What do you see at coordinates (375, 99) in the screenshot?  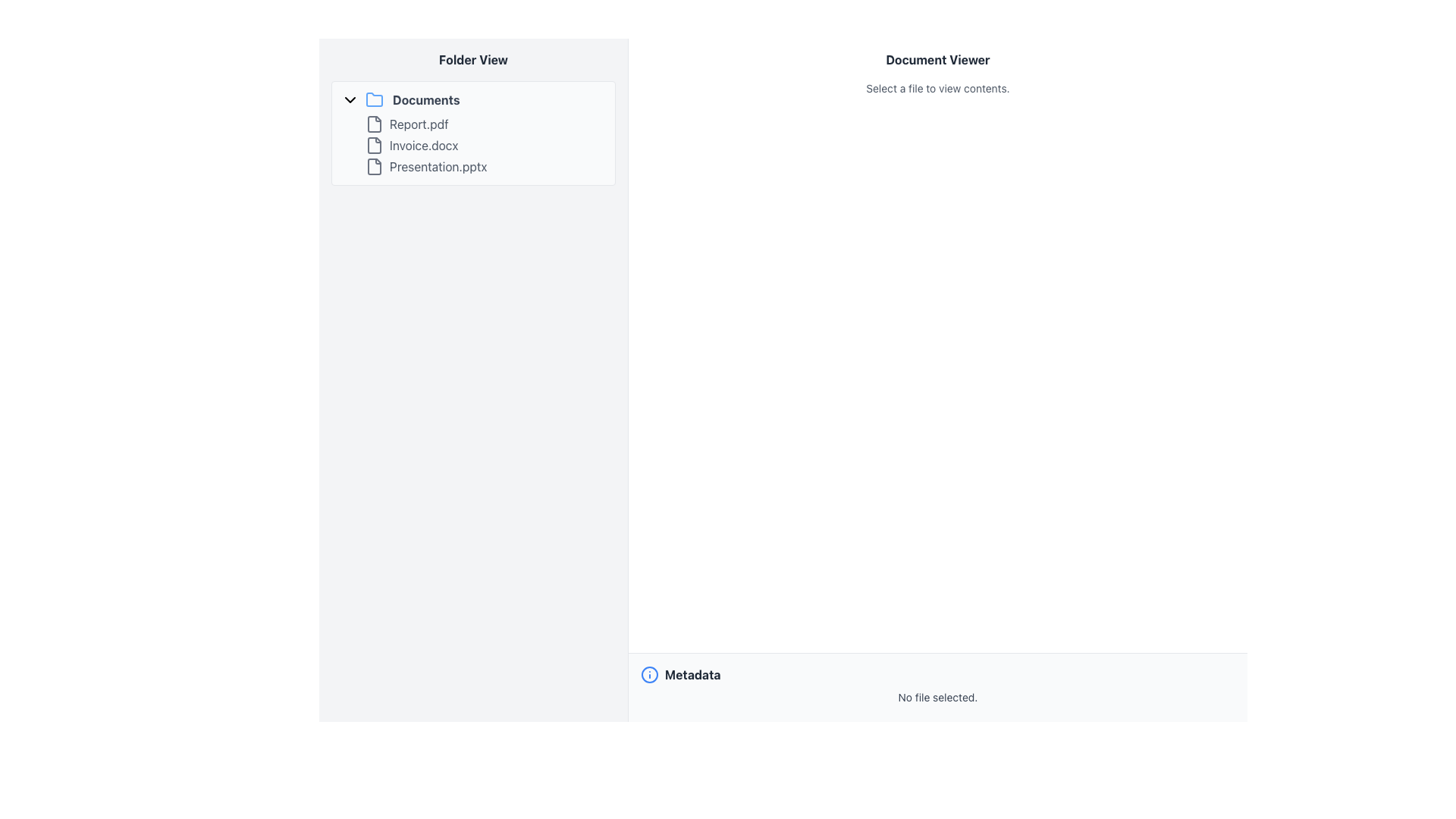 I see `the 'Documents' folder icon located in the 'Folder View' section of the UI to interact with it` at bounding box center [375, 99].